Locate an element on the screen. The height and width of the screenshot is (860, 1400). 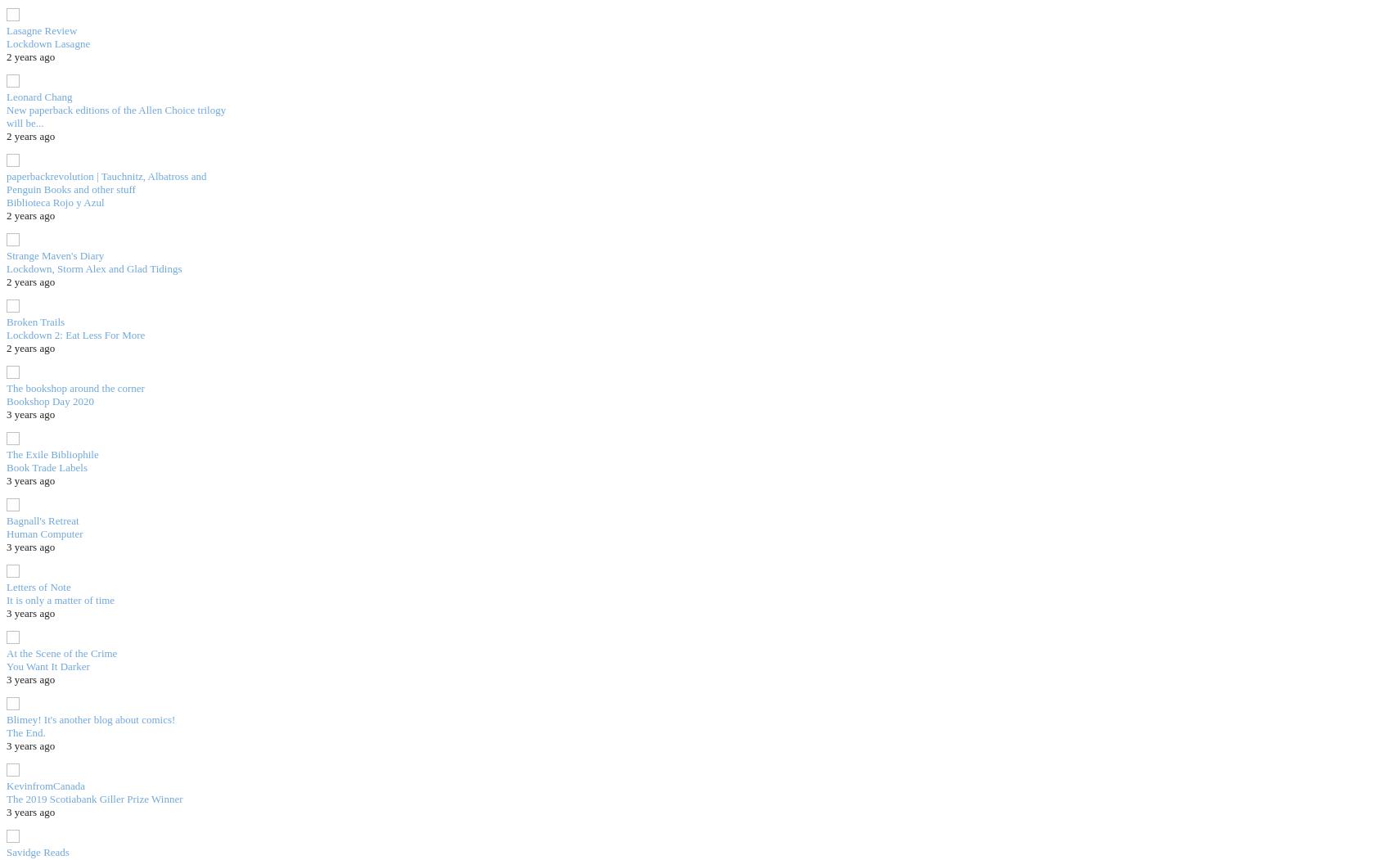
'Lockdown Lasagne' is located at coordinates (6, 42).